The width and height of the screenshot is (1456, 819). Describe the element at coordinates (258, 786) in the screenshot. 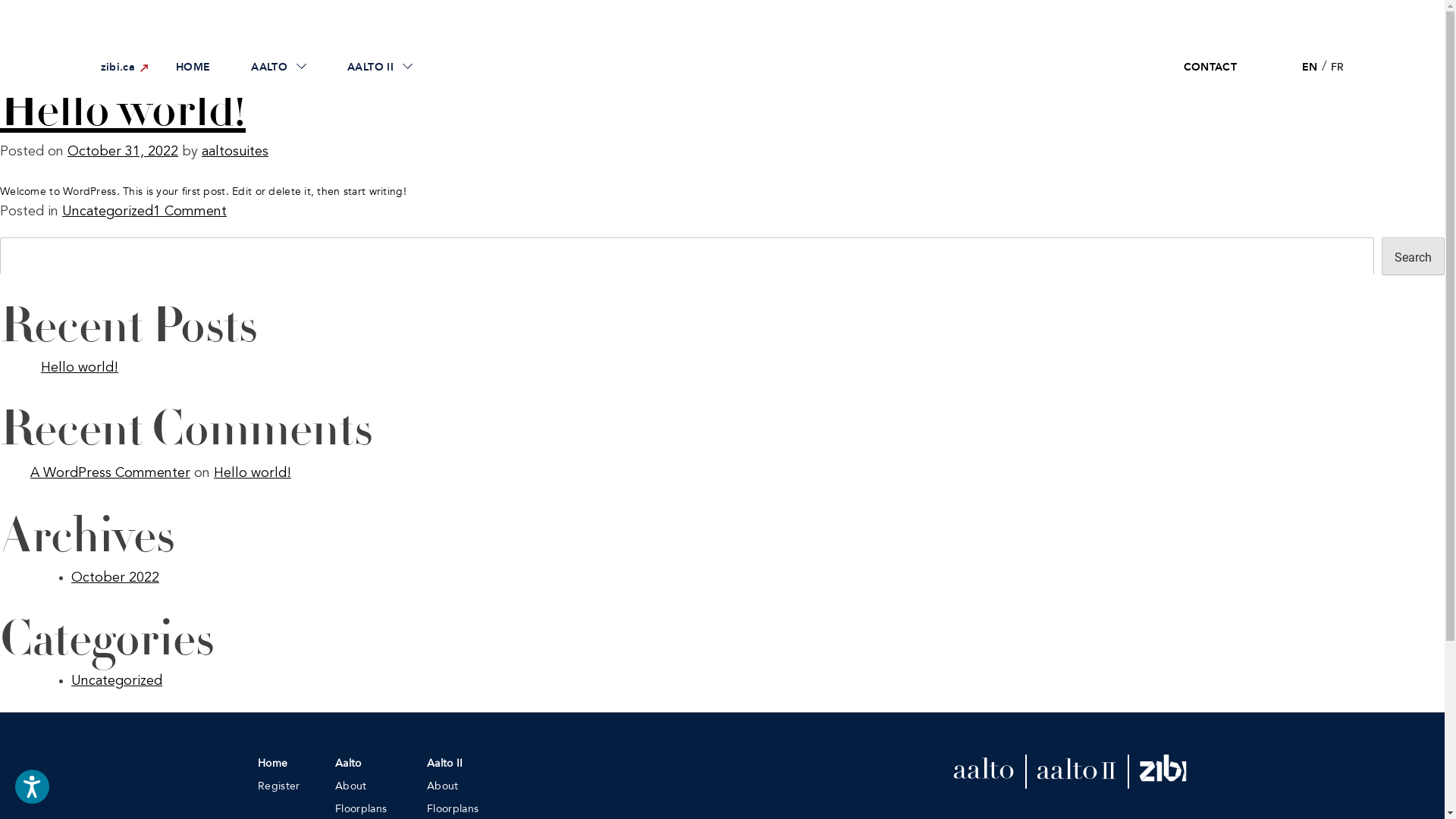

I see `'Register'` at that location.